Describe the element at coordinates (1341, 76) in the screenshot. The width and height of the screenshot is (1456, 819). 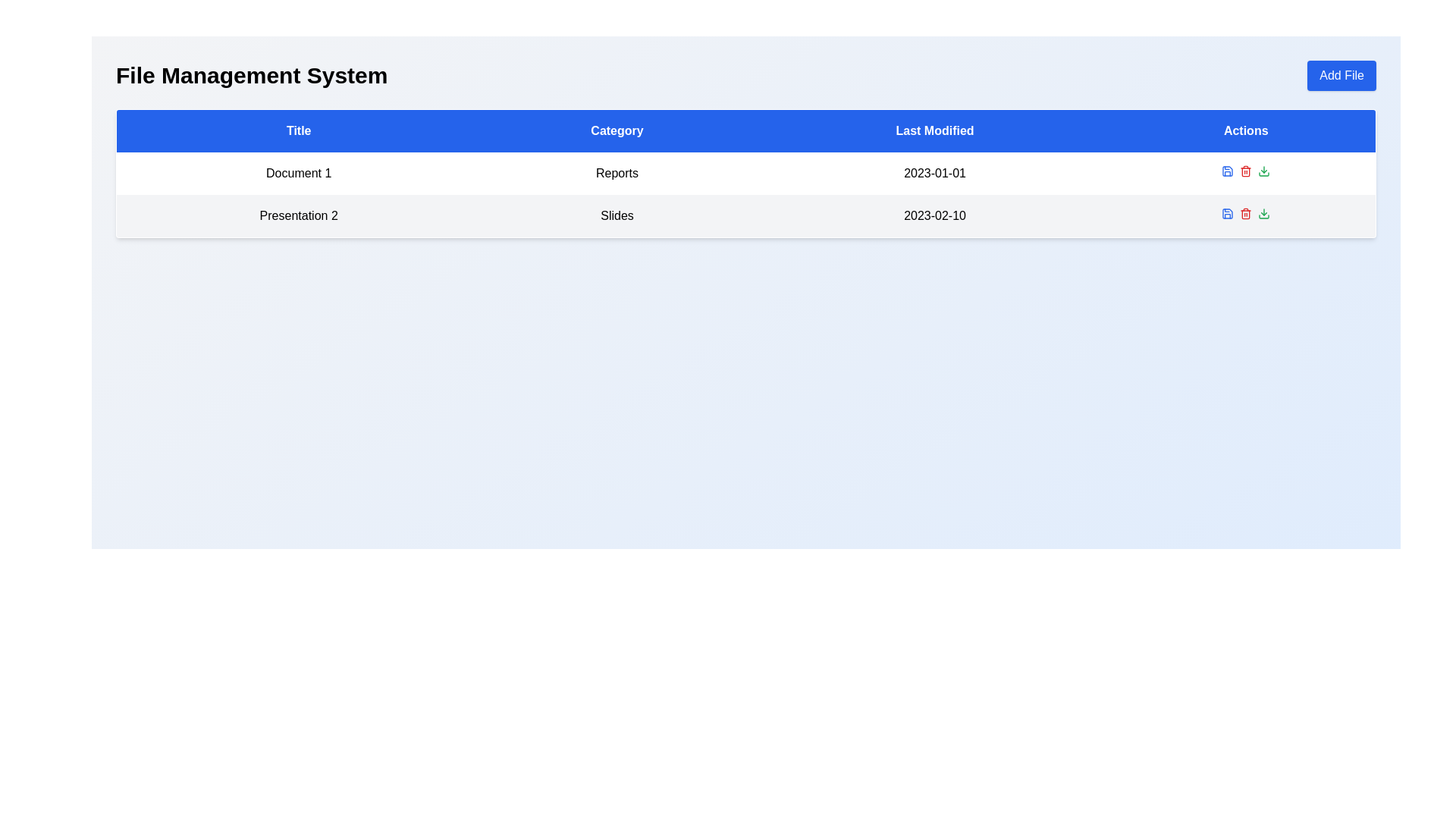
I see `the 'Add New File' button located in the upper-right corner of the File Management System interface` at that location.